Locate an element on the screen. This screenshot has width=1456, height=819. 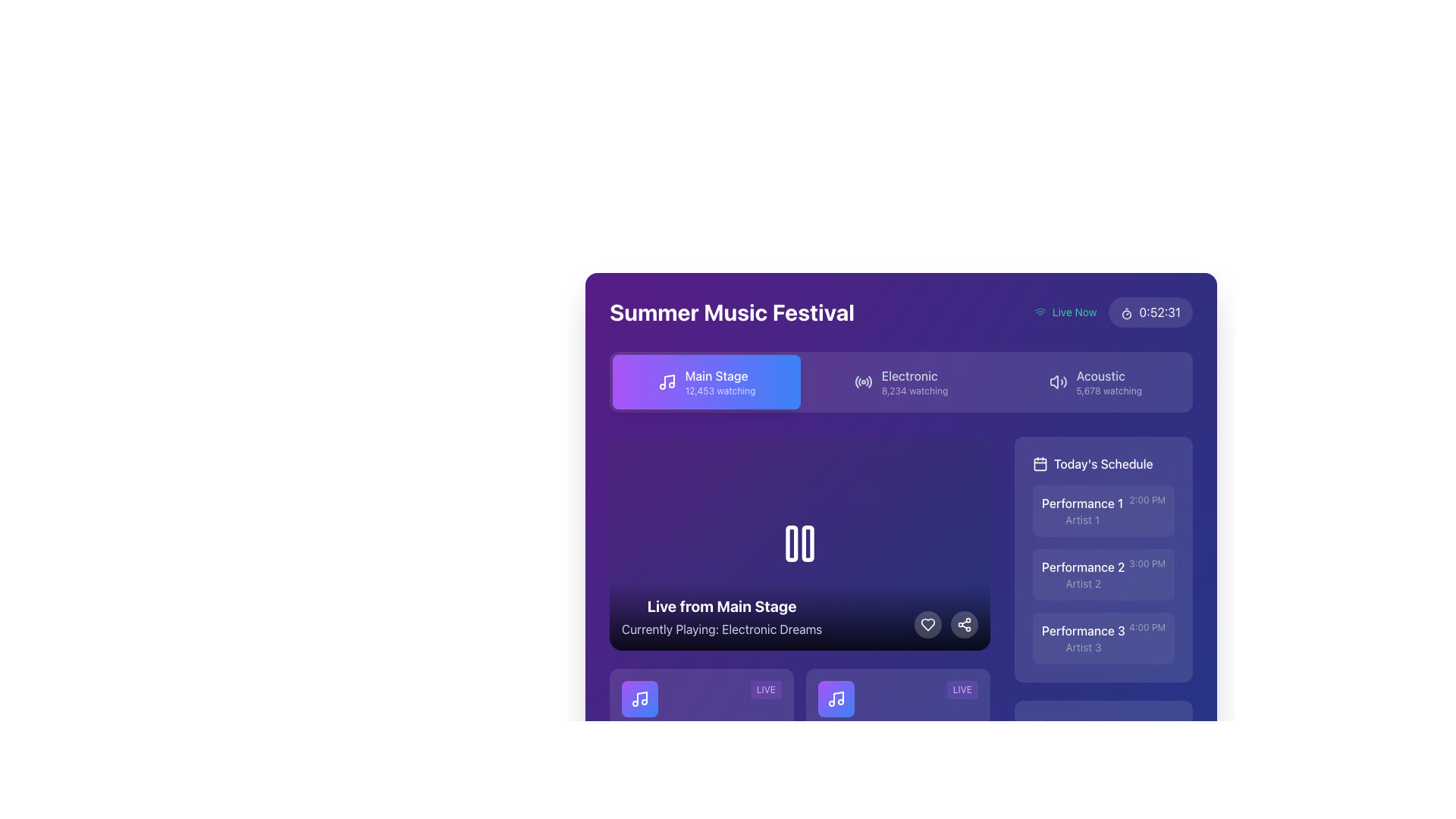
the first circular button on the bottom-right section of the 'Live from Main Stage' area, which features a white heart-shaped icon, to observe the hover effect is located at coordinates (927, 625).